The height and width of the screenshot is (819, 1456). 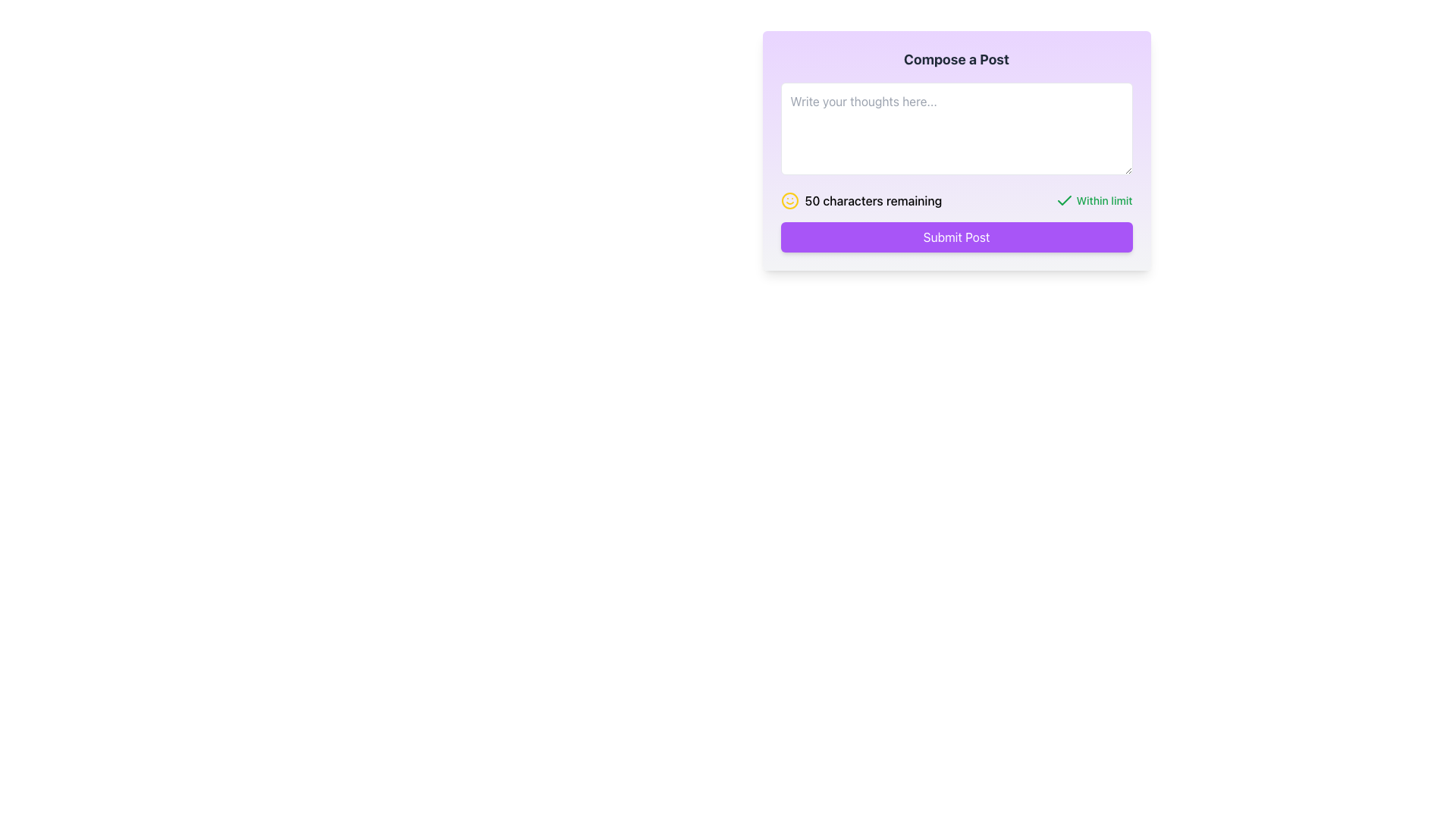 I want to click on the text display element that shows the remaining character count, located beneath the text area and to the right of a smiley icon, so click(x=873, y=200).